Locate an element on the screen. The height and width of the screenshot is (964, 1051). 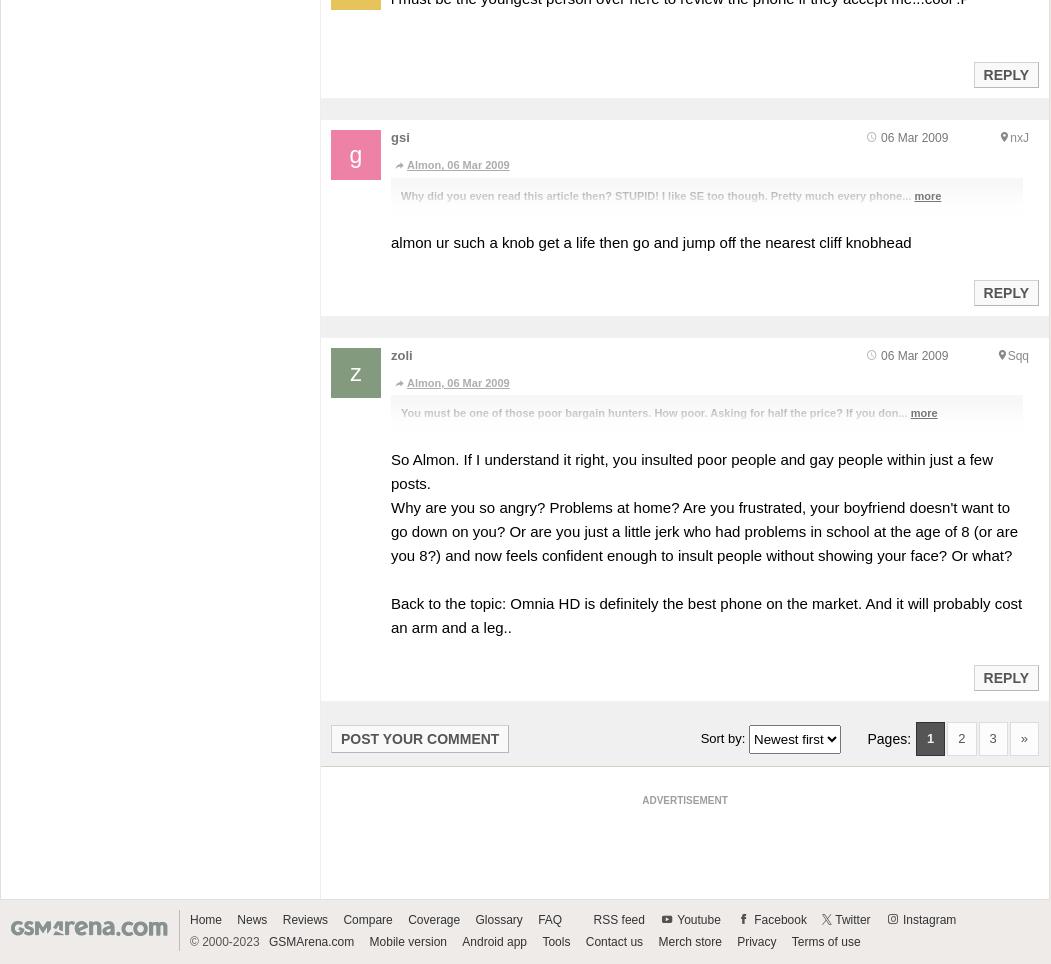
'Back to the topic: Omnia HD is definitely the best phone on the market. And it will probably cost an arm and a leg..' is located at coordinates (705, 614).